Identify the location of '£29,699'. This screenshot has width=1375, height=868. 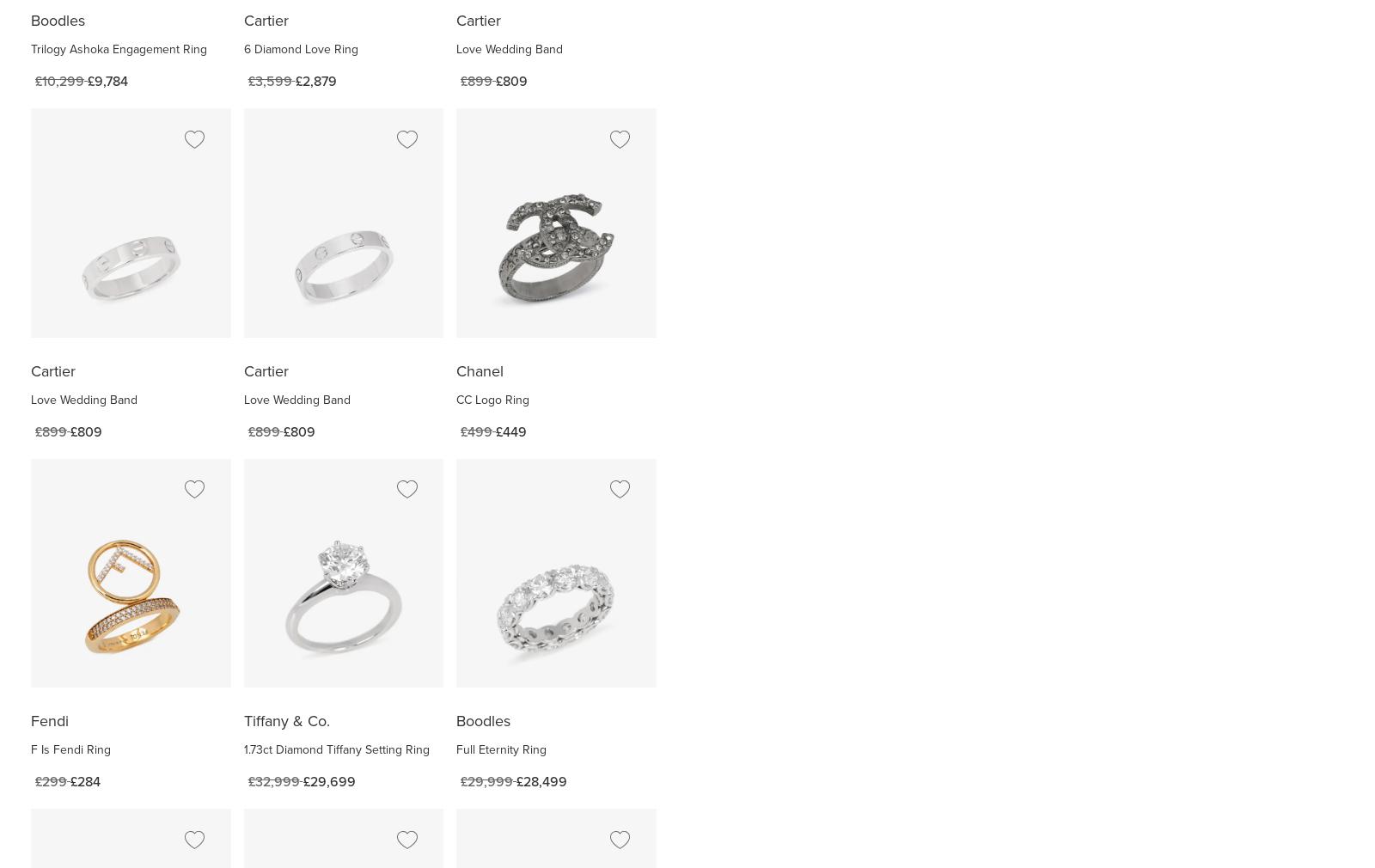
(328, 781).